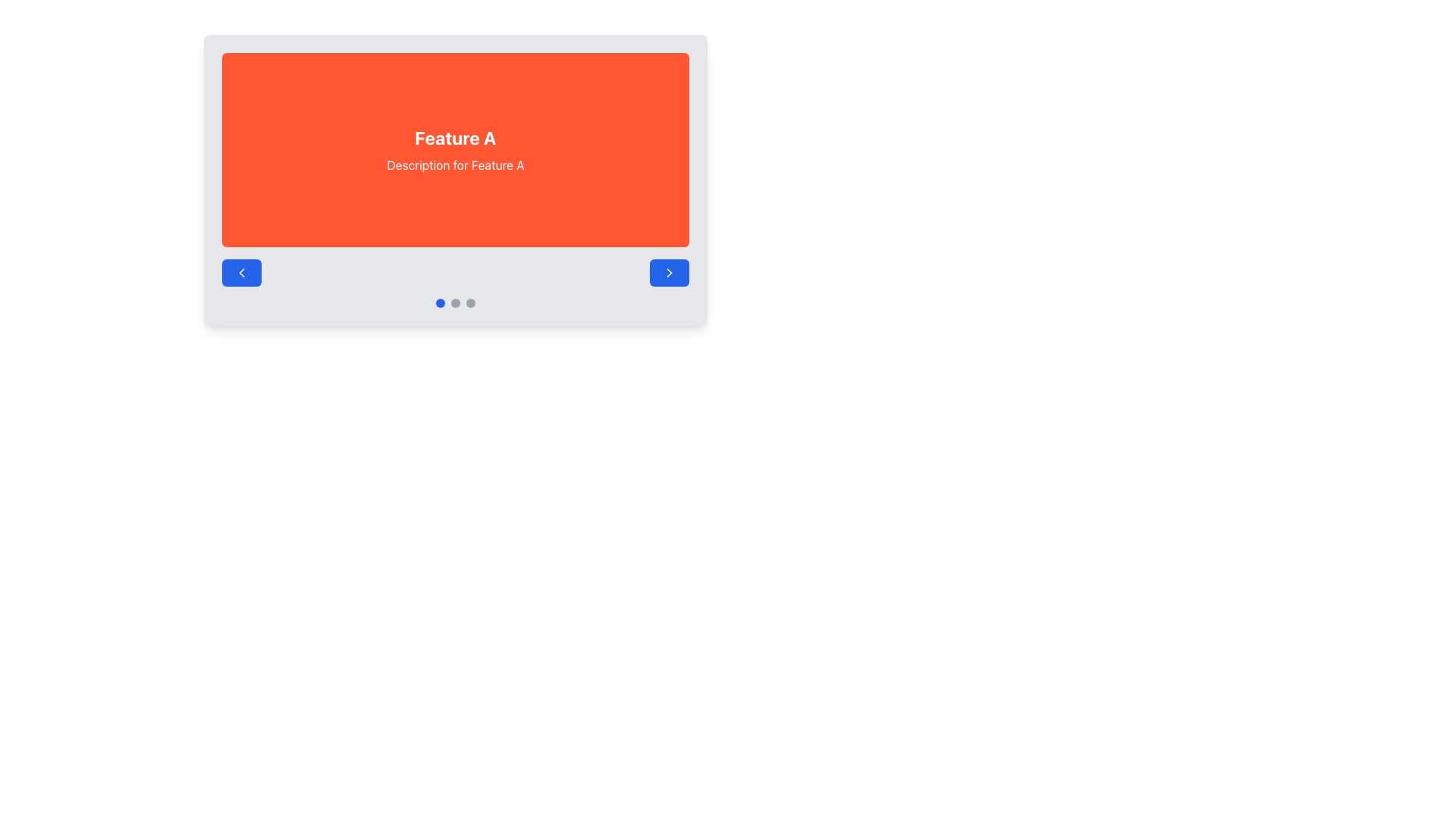 The width and height of the screenshot is (1456, 819). What do you see at coordinates (454, 137) in the screenshot?
I see `the bold text labeled 'Feature A' which is prominently displayed in a large font size on a vibrant orange background, located at the top-center of the interface` at bounding box center [454, 137].